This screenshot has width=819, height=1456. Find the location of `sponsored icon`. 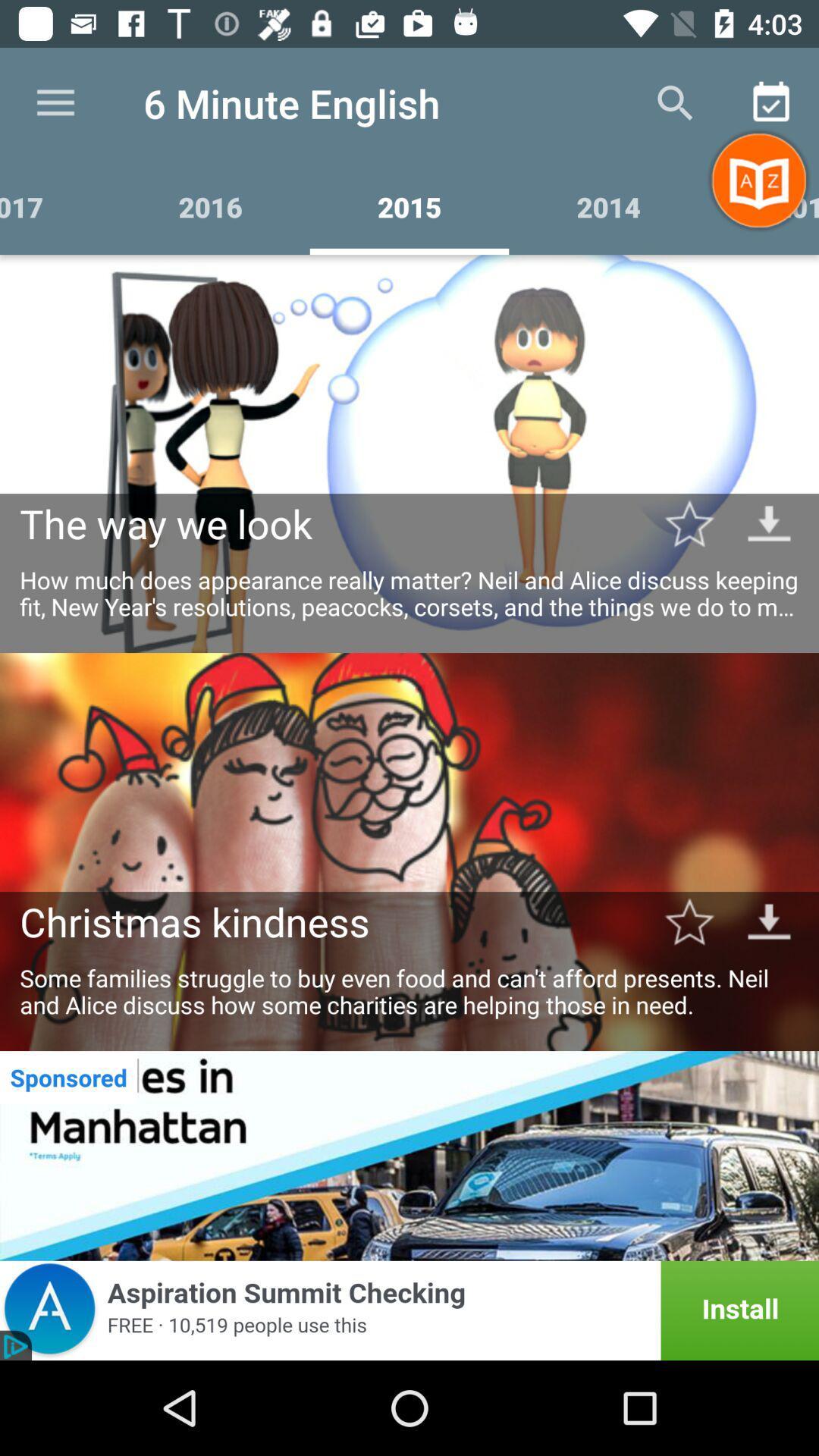

sponsored icon is located at coordinates (68, 1076).